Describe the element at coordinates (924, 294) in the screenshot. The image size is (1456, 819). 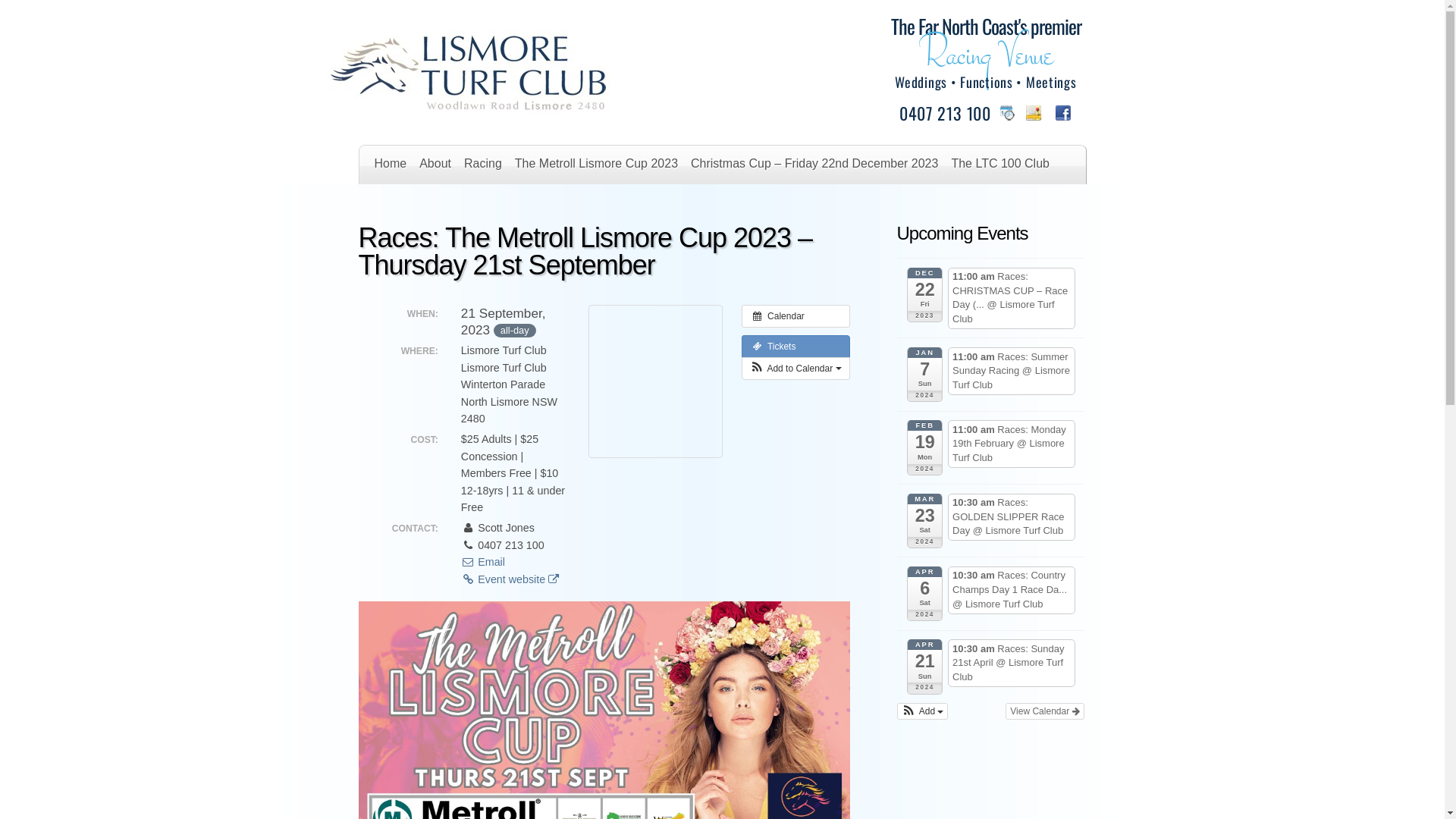
I see `'DEC` at that location.